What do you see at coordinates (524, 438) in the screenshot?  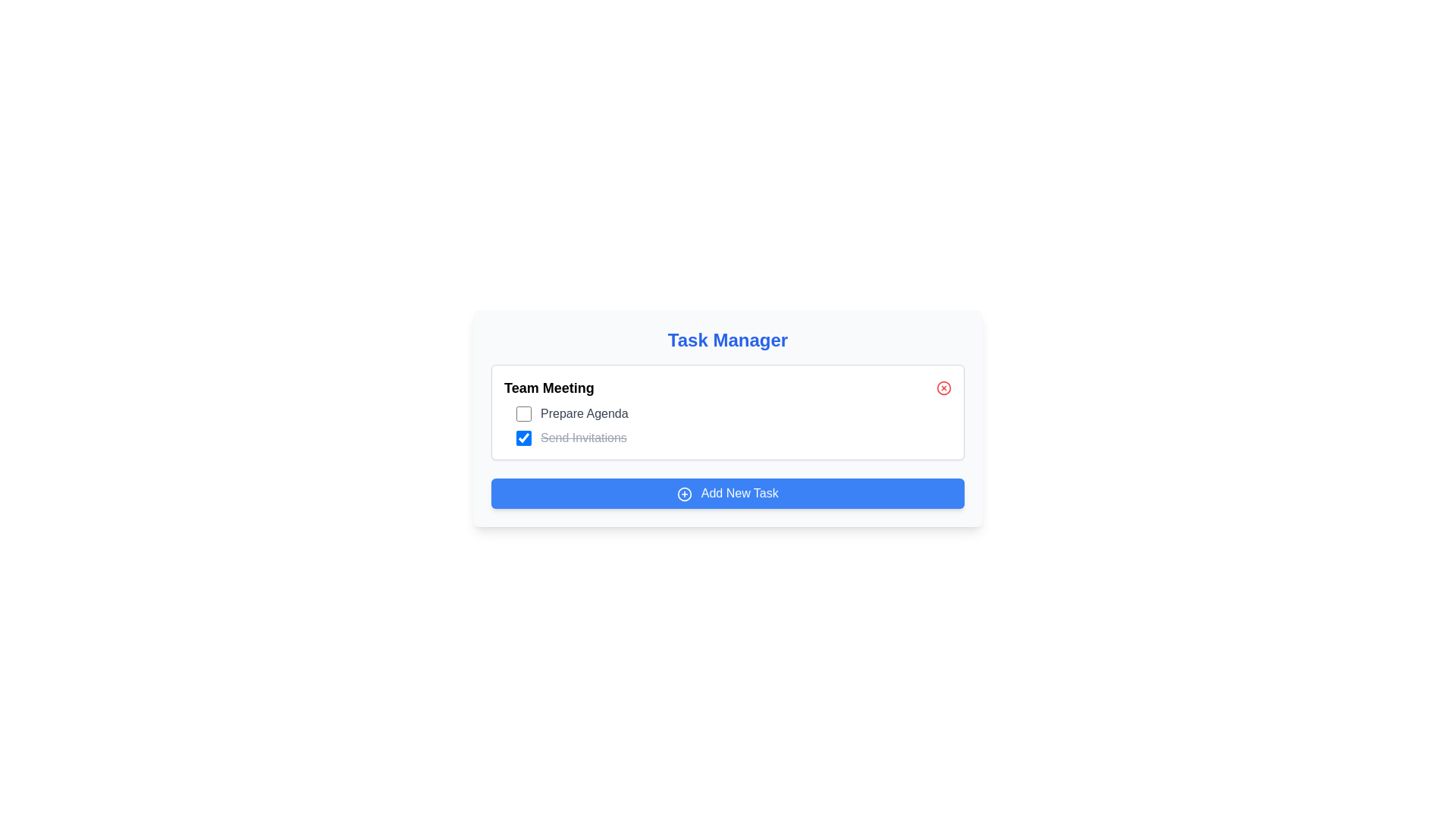 I see `the checkbox for the task 'Send Invitations' located in the second row under 'Team Meeting'` at bounding box center [524, 438].